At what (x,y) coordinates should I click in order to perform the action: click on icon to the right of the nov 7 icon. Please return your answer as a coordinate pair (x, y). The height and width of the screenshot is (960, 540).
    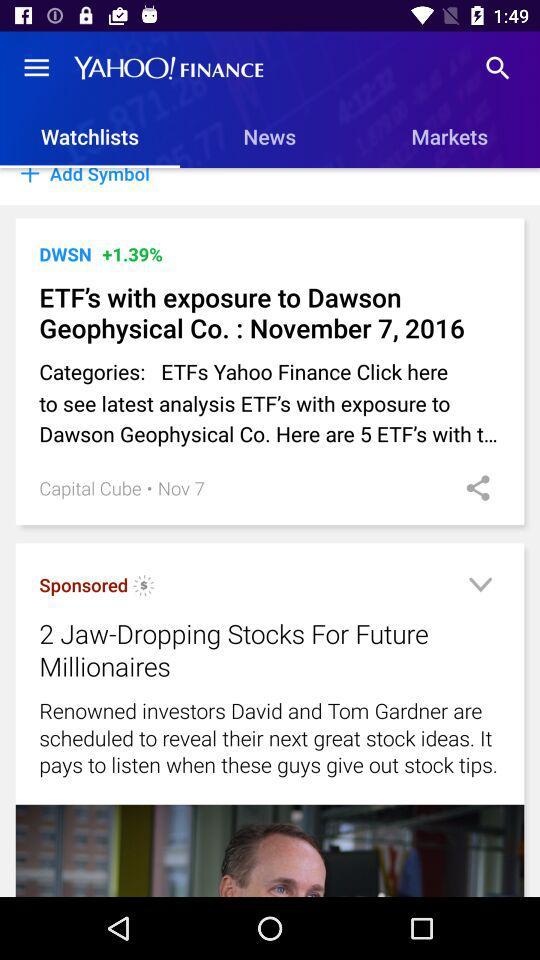
    Looking at the image, I should click on (471, 487).